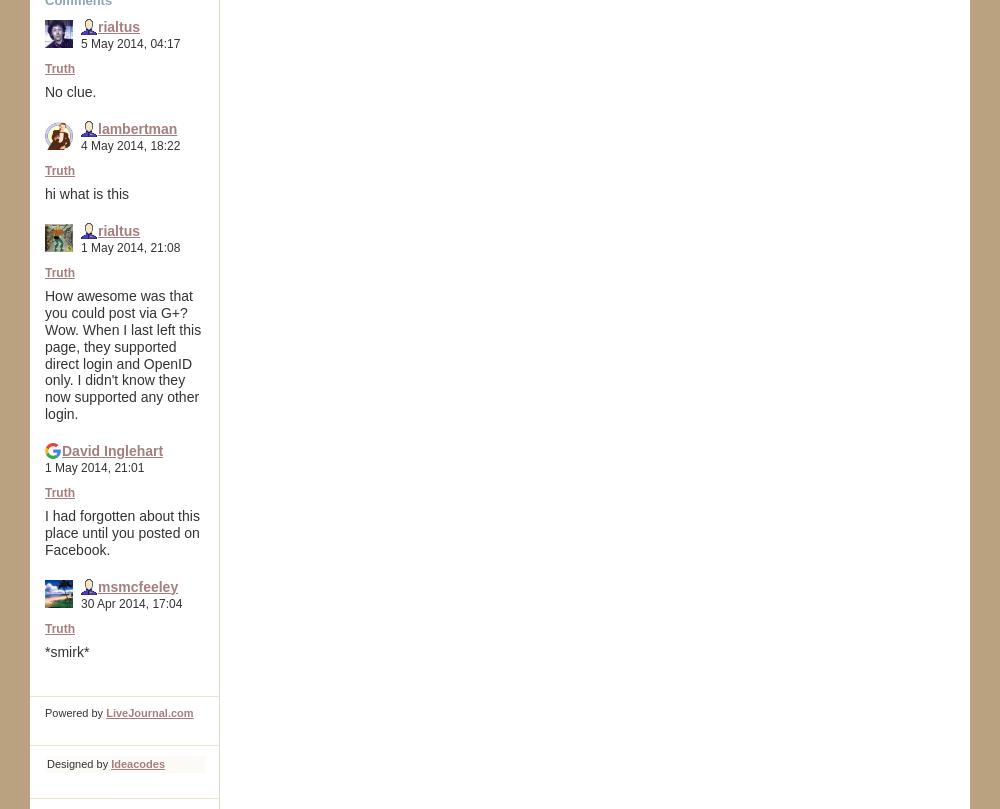 This screenshot has width=1000, height=809. What do you see at coordinates (78, 761) in the screenshot?
I see `'Designed by'` at bounding box center [78, 761].